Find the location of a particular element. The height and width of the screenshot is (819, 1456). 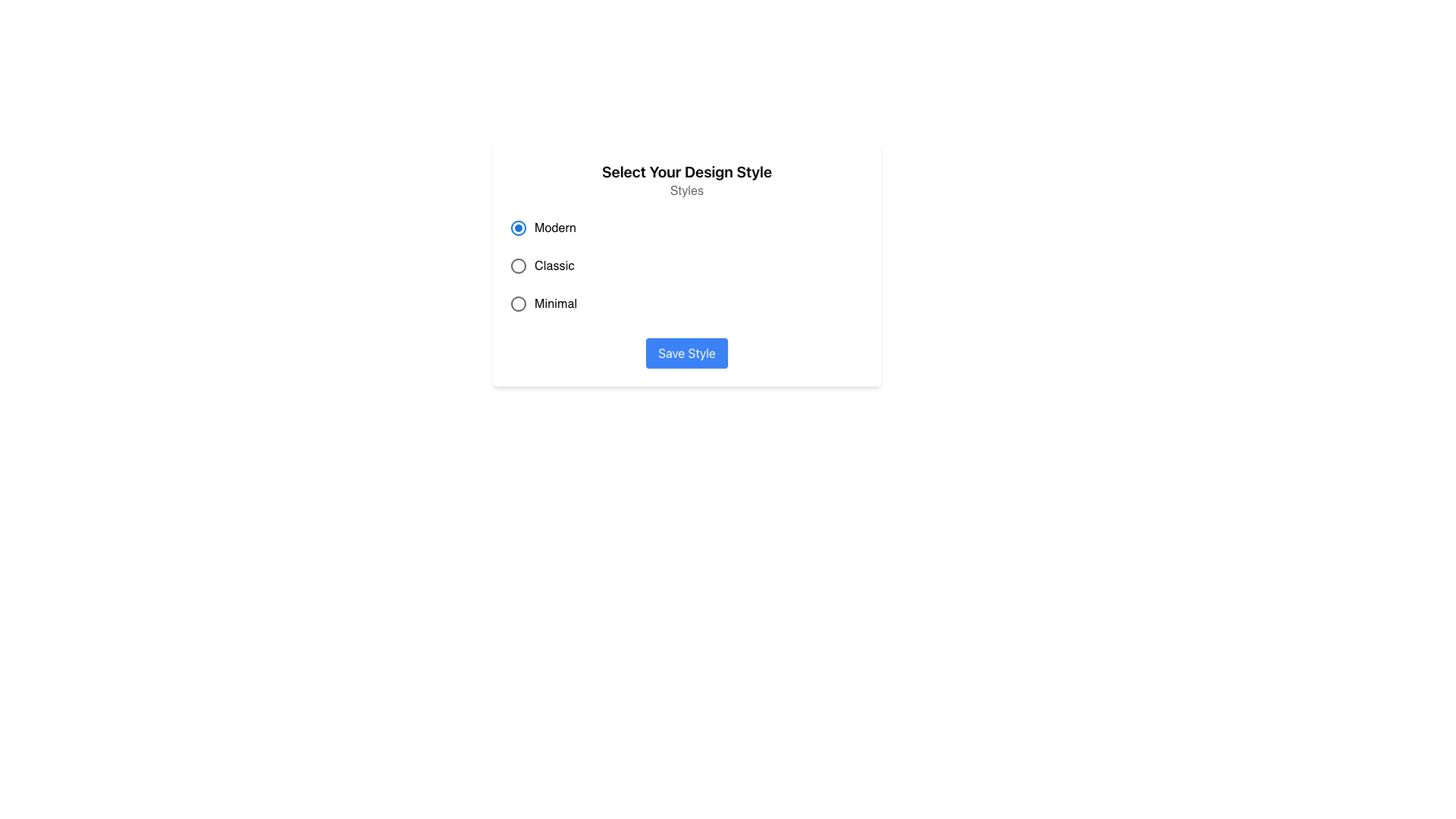

the text label reading 'Minimal' which is aligned to the right of a radio button in the group of radio-button options, specifically the last option below 'Classic' is located at coordinates (555, 304).